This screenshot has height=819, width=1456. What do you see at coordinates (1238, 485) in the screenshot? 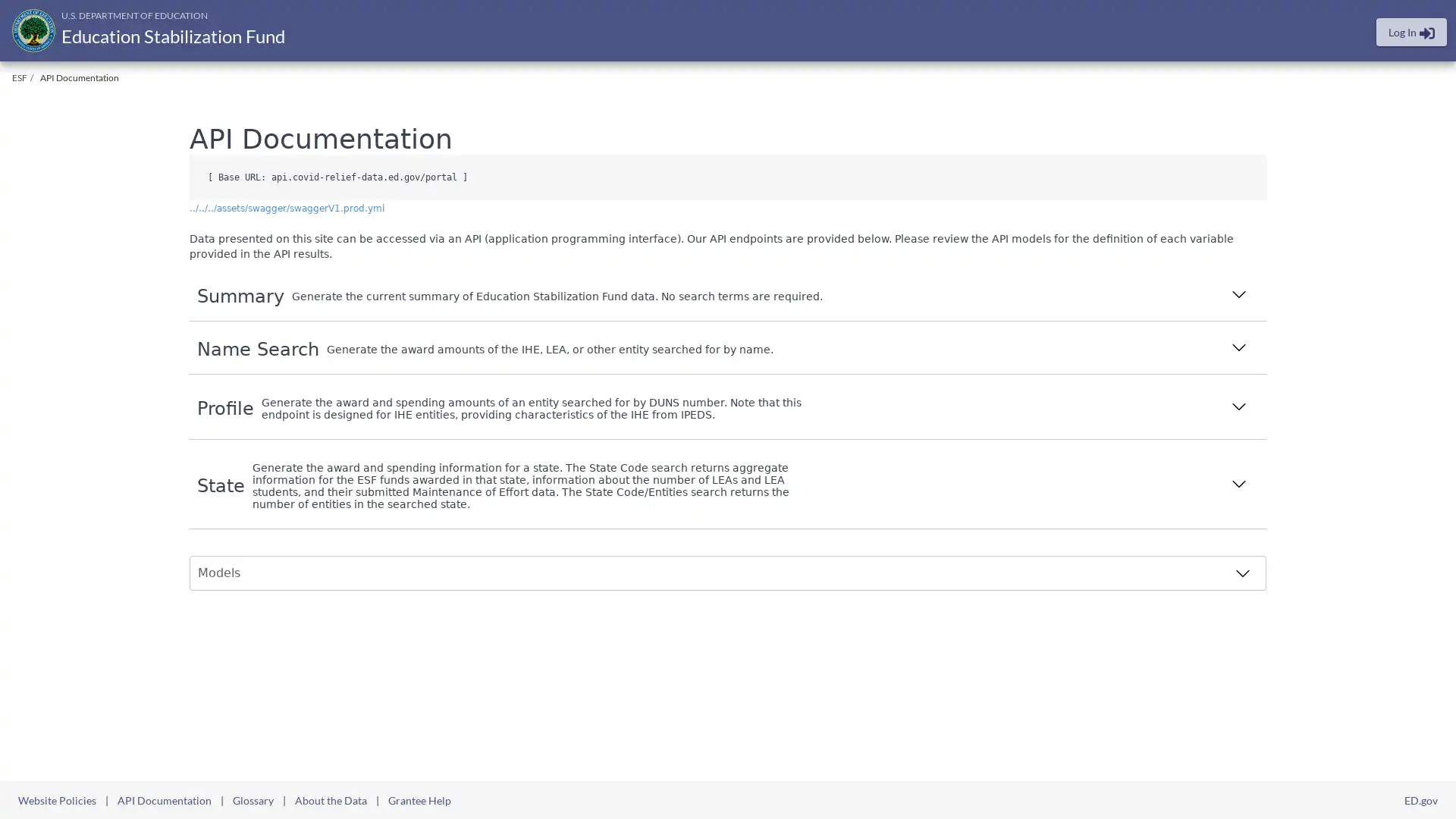
I see `Expand operation` at bounding box center [1238, 485].